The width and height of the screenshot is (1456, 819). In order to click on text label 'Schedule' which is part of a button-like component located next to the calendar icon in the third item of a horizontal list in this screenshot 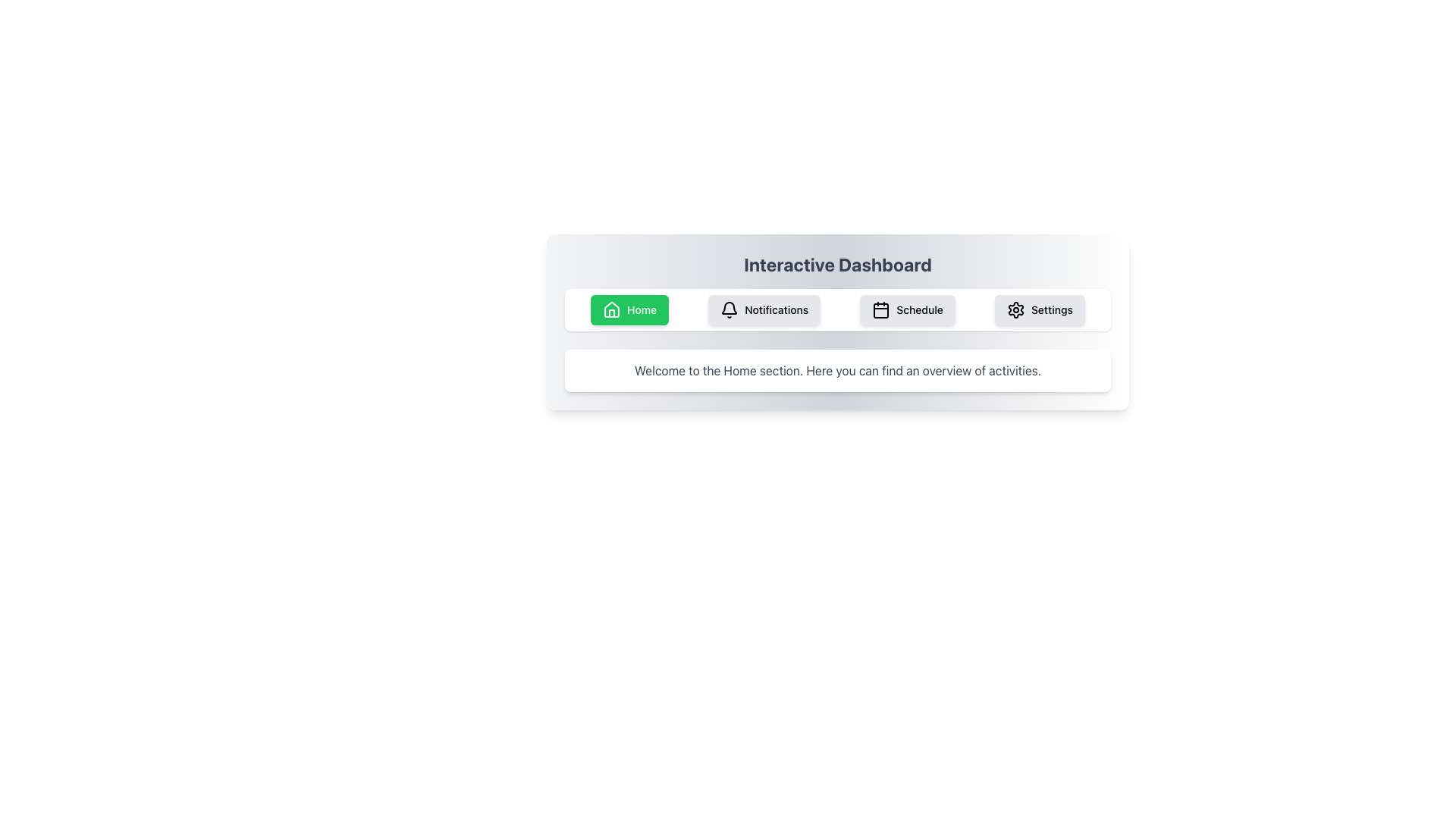, I will do `click(919, 309)`.